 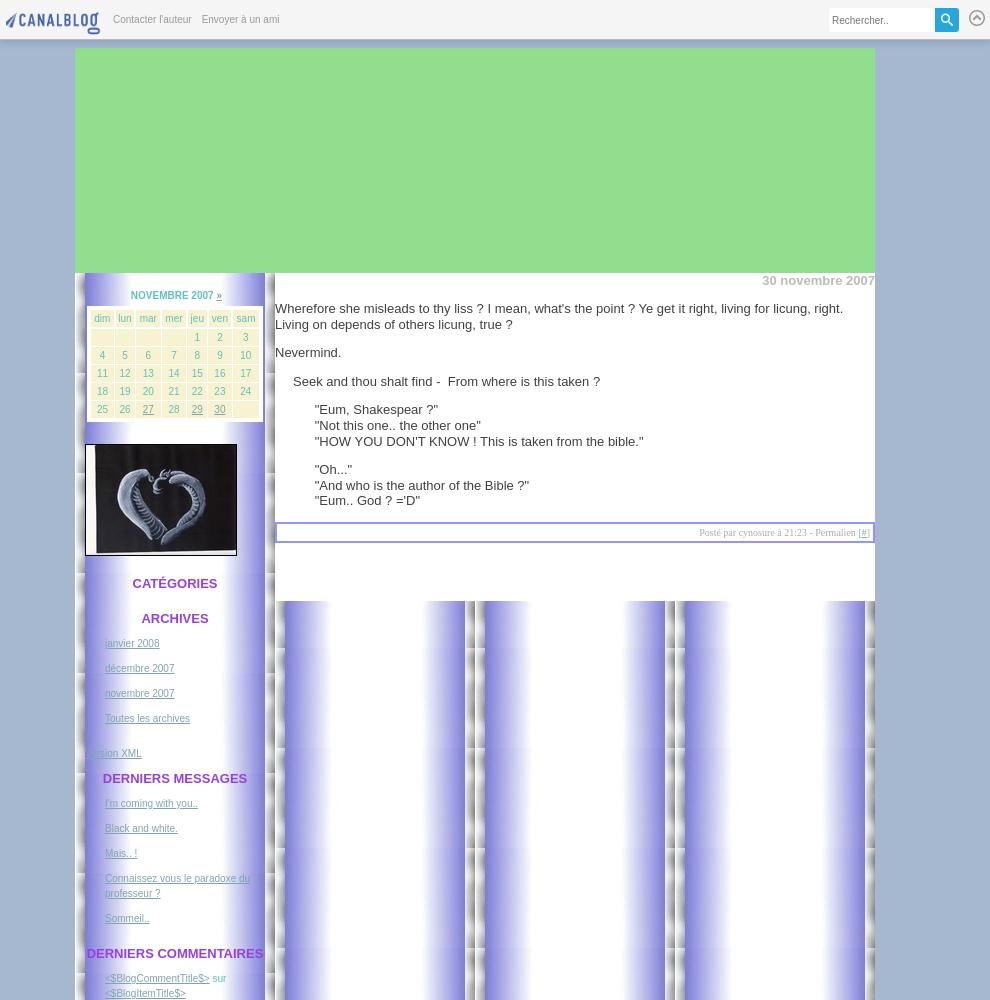 I want to click on 'Derniers commentaires', so click(x=174, y=952).